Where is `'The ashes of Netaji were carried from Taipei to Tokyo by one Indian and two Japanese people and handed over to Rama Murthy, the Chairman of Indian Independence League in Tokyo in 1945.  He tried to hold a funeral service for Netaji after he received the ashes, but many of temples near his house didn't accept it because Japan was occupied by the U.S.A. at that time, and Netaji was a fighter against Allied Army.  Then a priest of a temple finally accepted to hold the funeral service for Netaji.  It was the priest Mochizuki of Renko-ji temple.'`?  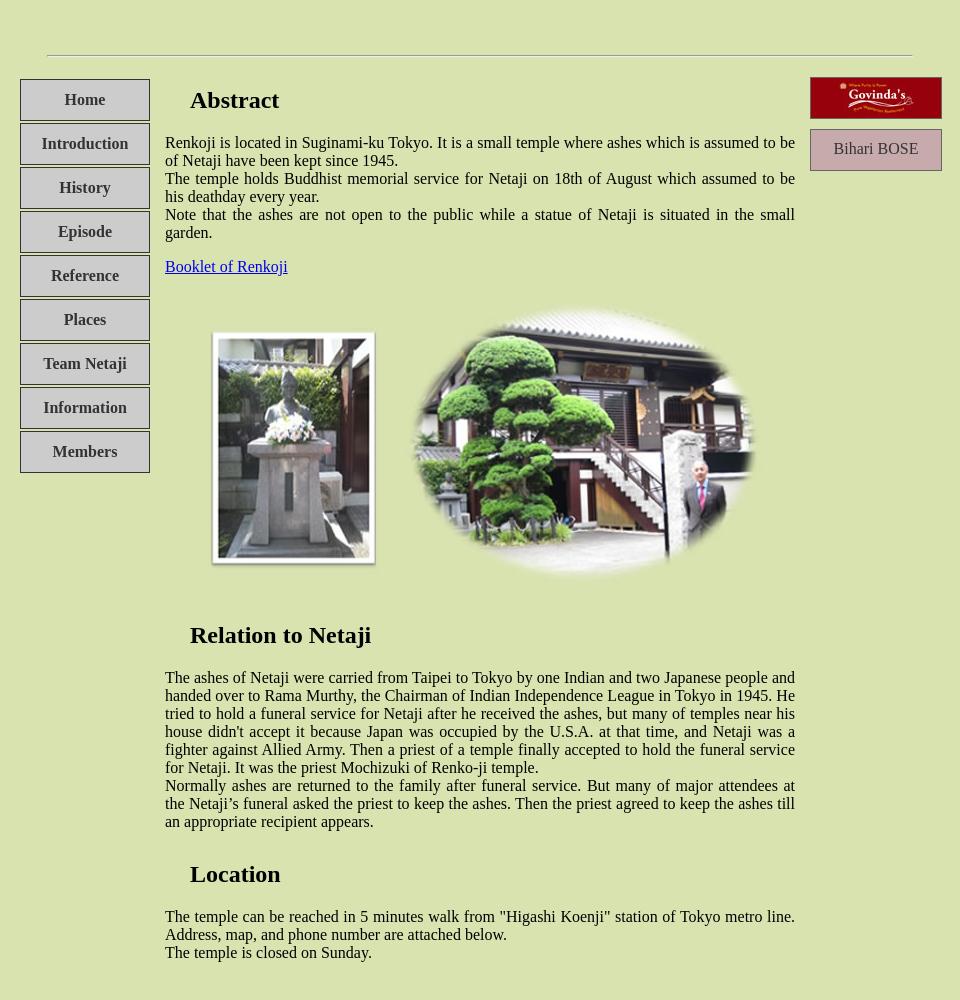 'The ashes of Netaji were carried from Taipei to Tokyo by one Indian and two Japanese people and handed over to Rama Murthy, the Chairman of Indian Independence League in Tokyo in 1945.  He tried to hold a funeral service for Netaji after he received the ashes, but many of temples near his house didn't accept it because Japan was occupied by the U.S.A. at that time, and Netaji was a fighter against Allied Army.  Then a priest of a temple finally accepted to hold the funeral service for Netaji.  It was the priest Mochizuki of Renko-ji temple.' is located at coordinates (480, 720).